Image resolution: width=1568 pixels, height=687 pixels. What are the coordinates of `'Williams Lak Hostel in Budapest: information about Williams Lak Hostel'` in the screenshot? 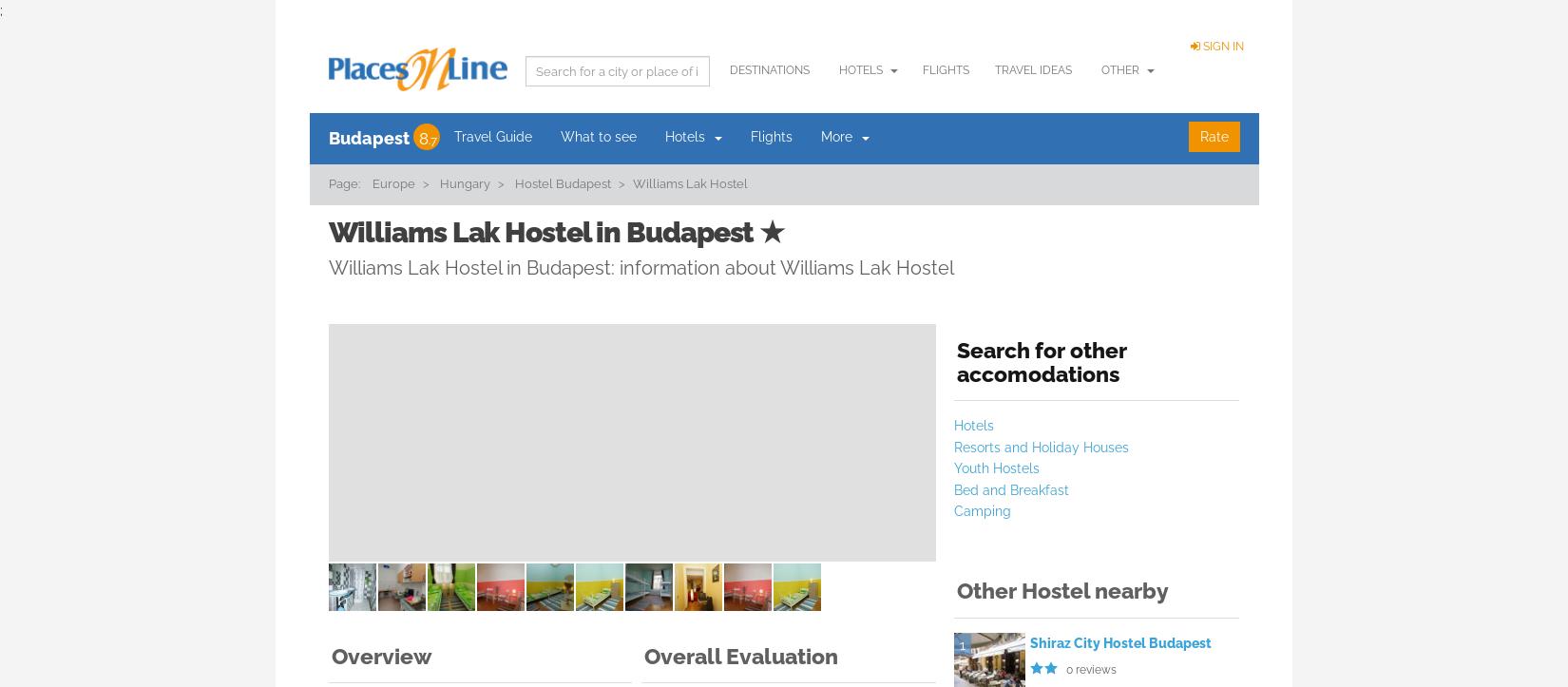 It's located at (640, 266).